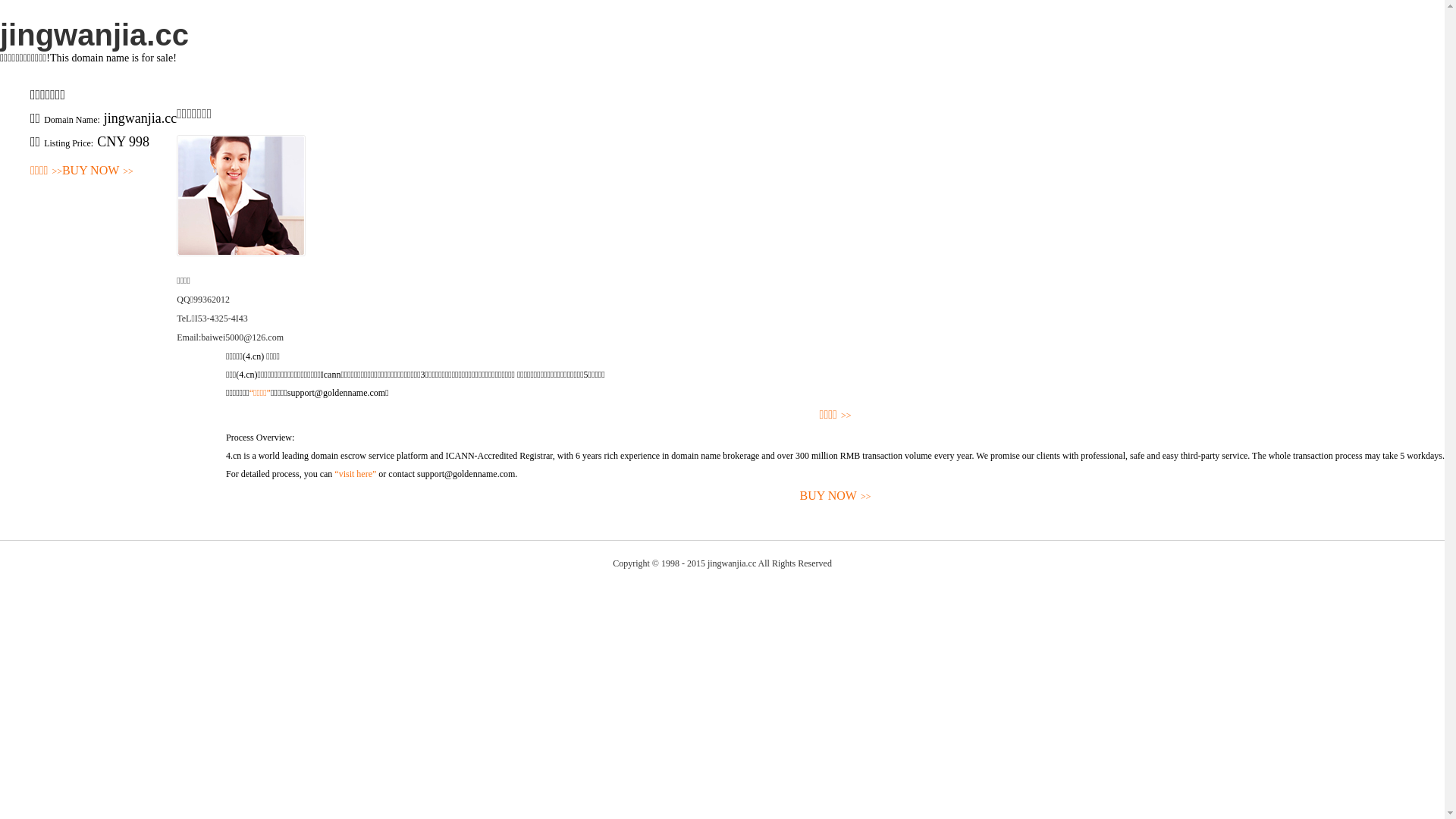 The height and width of the screenshot is (819, 1456). I want to click on 'BUY NOW>>', so click(61, 171).